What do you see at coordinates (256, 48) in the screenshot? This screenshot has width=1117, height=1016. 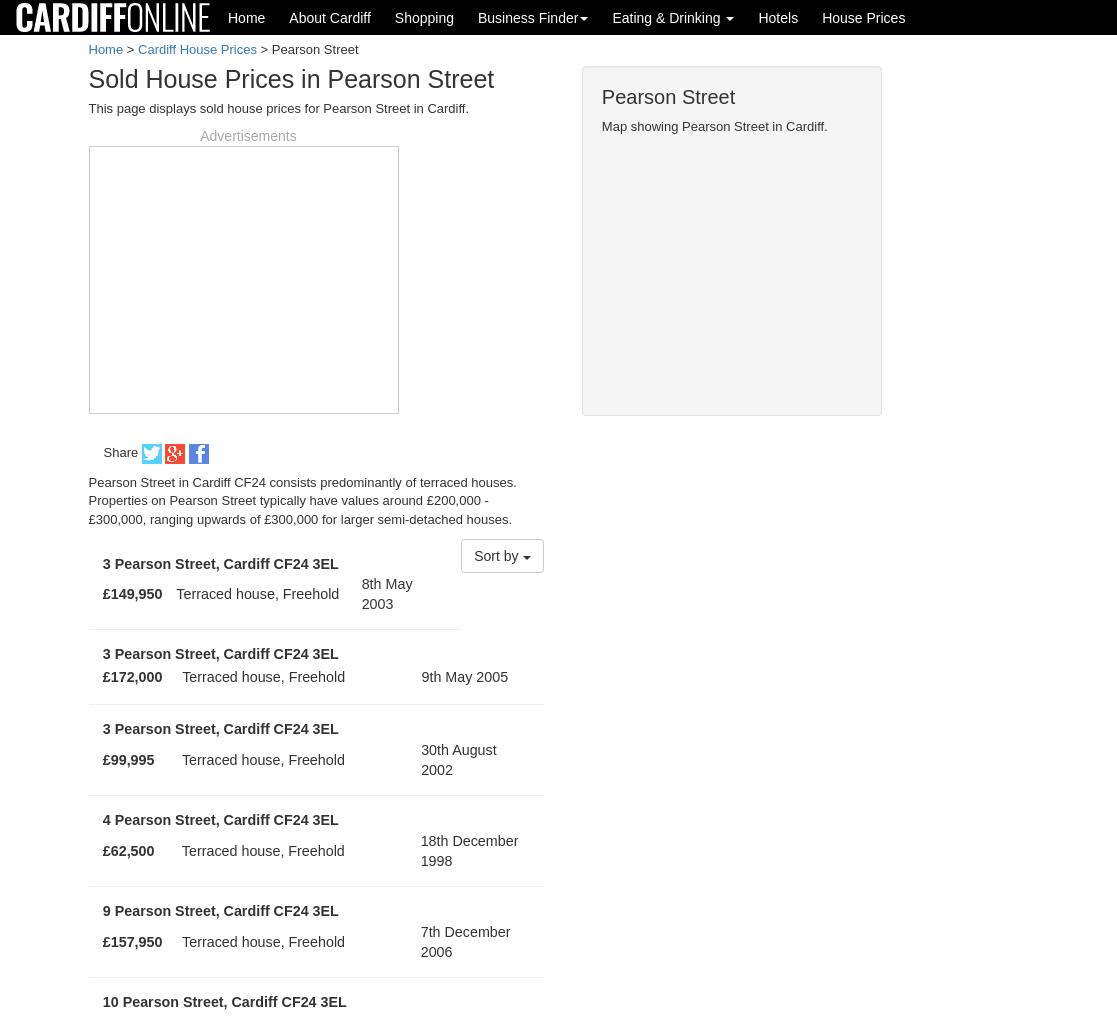 I see `'> Pearson Street'` at bounding box center [256, 48].